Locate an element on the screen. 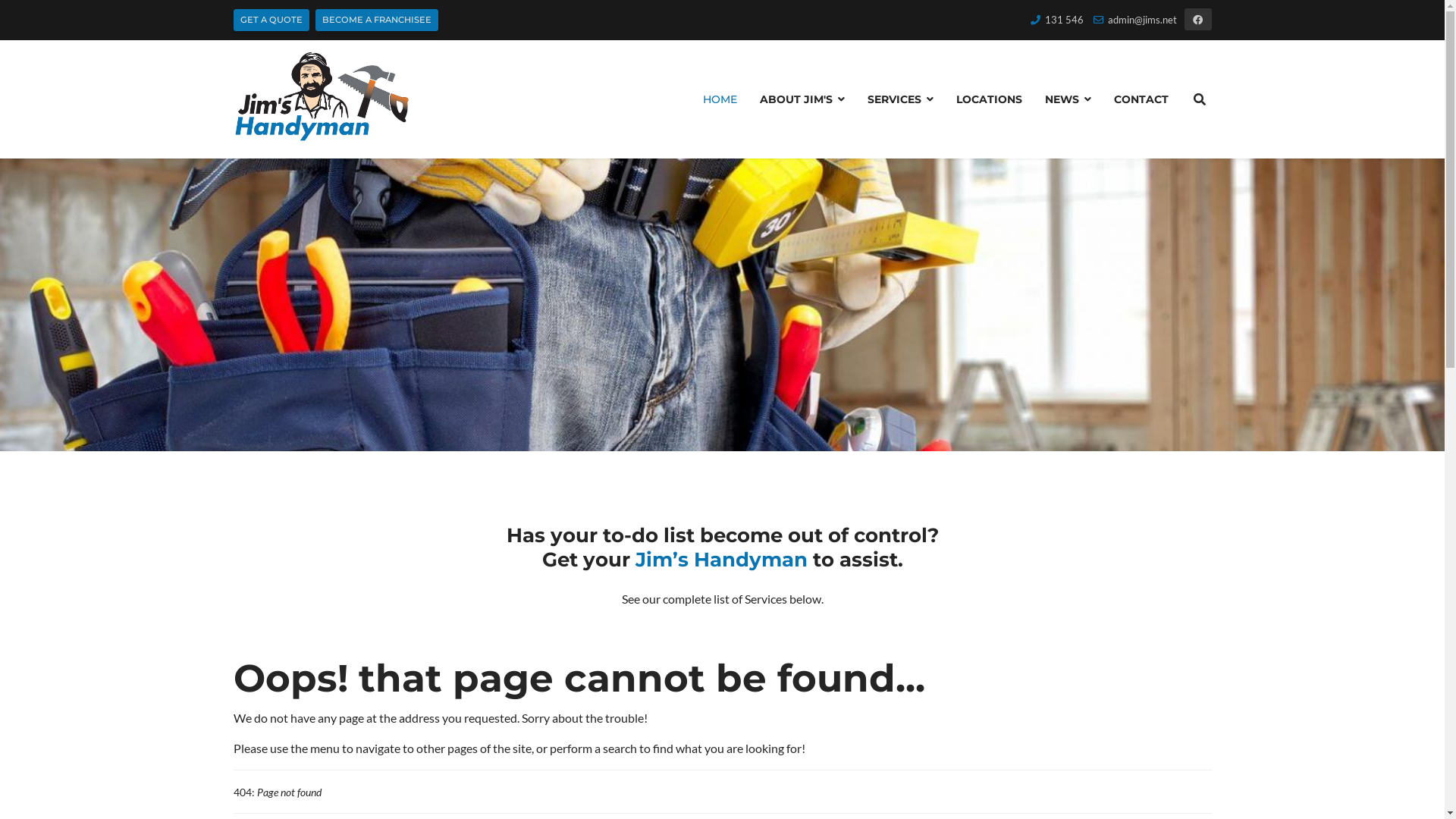  'LOCATIONS' is located at coordinates (989, 99).